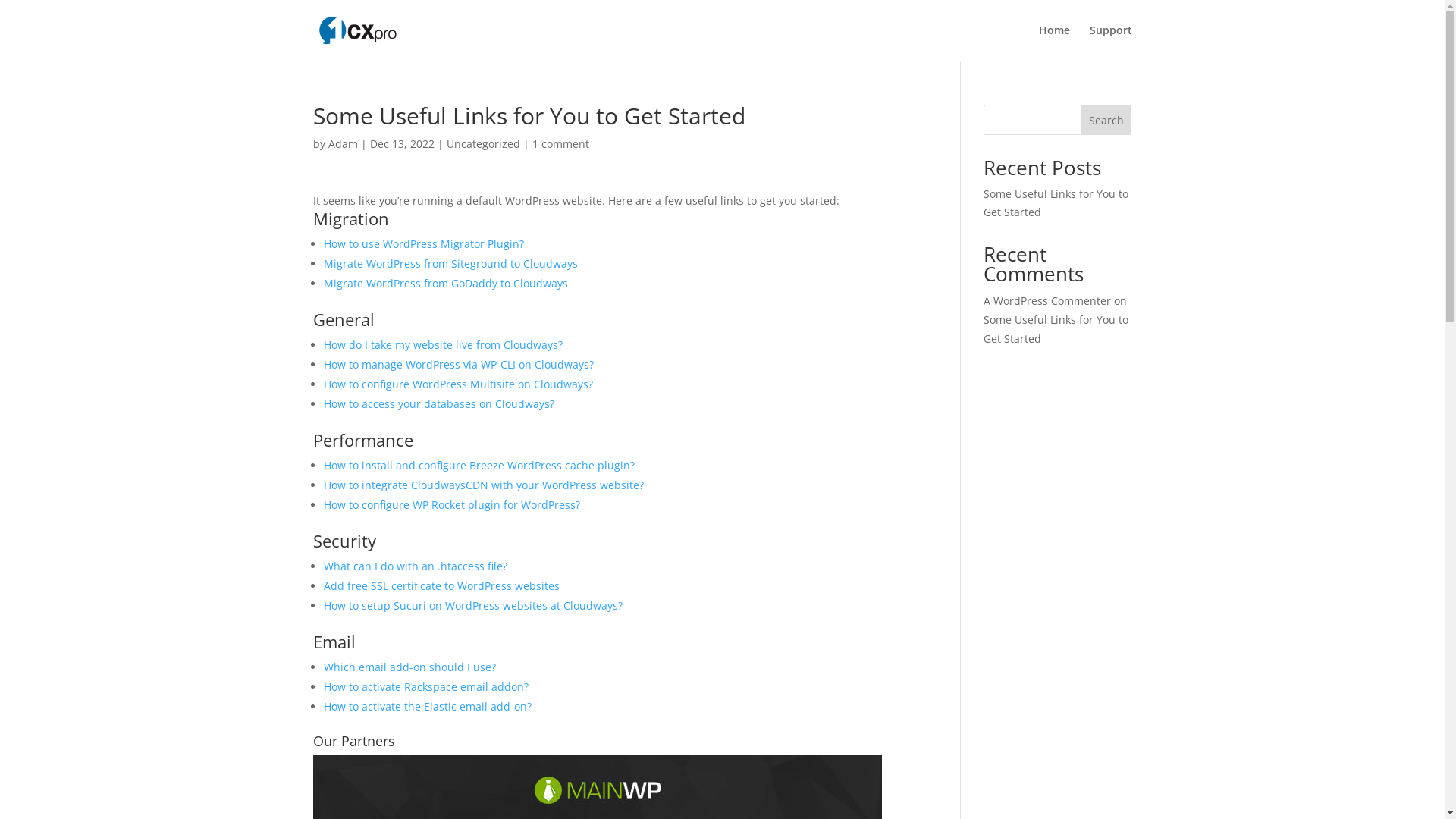 The image size is (1456, 819). Describe the element at coordinates (425, 686) in the screenshot. I see `'How to activate Rackspace email addon?'` at that location.